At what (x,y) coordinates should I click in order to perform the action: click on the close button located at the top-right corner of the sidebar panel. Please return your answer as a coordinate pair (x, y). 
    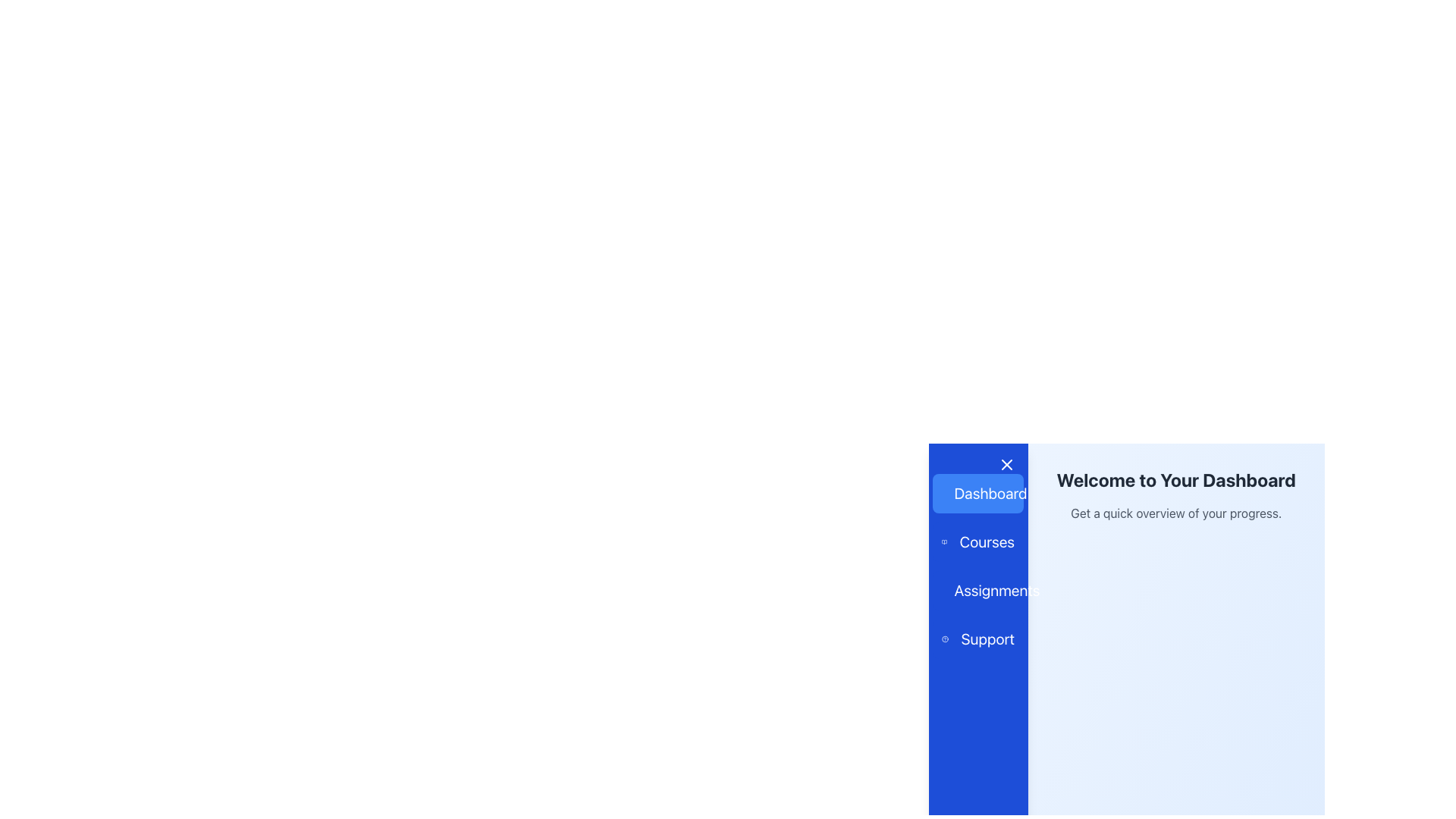
    Looking at the image, I should click on (1006, 464).